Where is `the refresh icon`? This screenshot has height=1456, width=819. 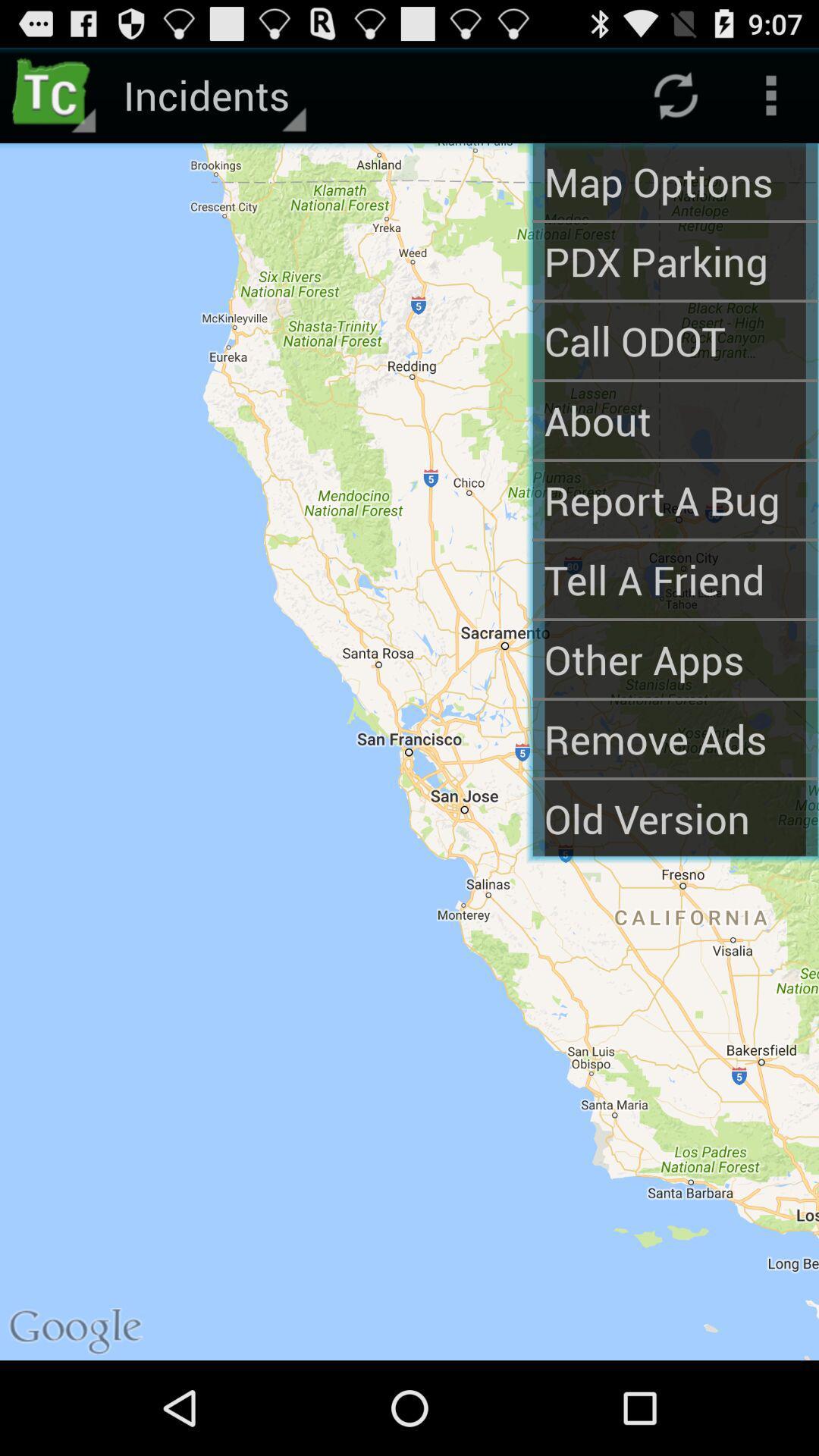
the refresh icon is located at coordinates (675, 101).